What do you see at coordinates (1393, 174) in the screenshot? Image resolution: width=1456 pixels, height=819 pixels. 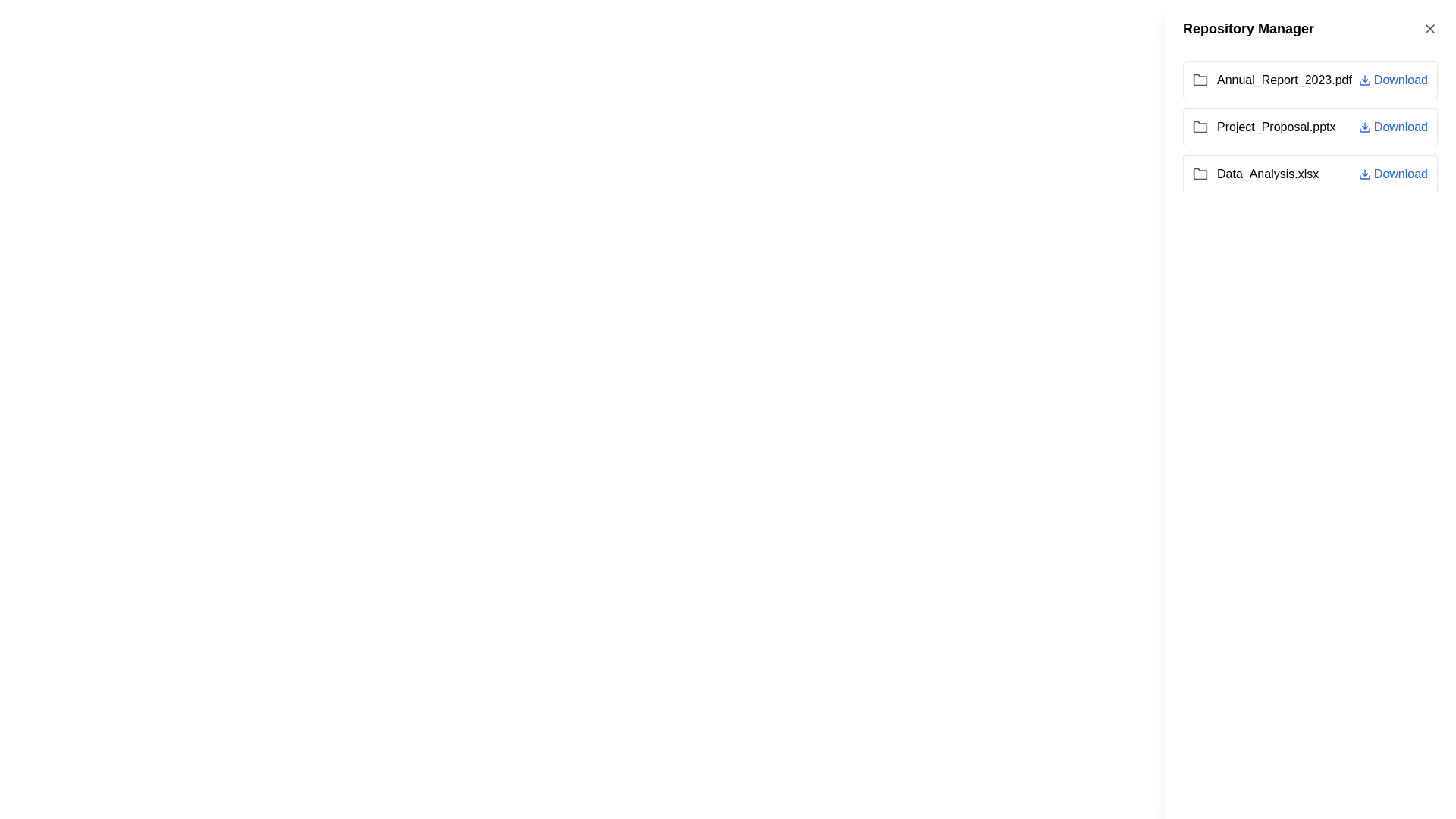 I see `the 'Download' button-like interactive link located to the right of the 'Data_Analysis.xlsx' label in the 'Repository Manager' section to initiate the file download` at bounding box center [1393, 174].